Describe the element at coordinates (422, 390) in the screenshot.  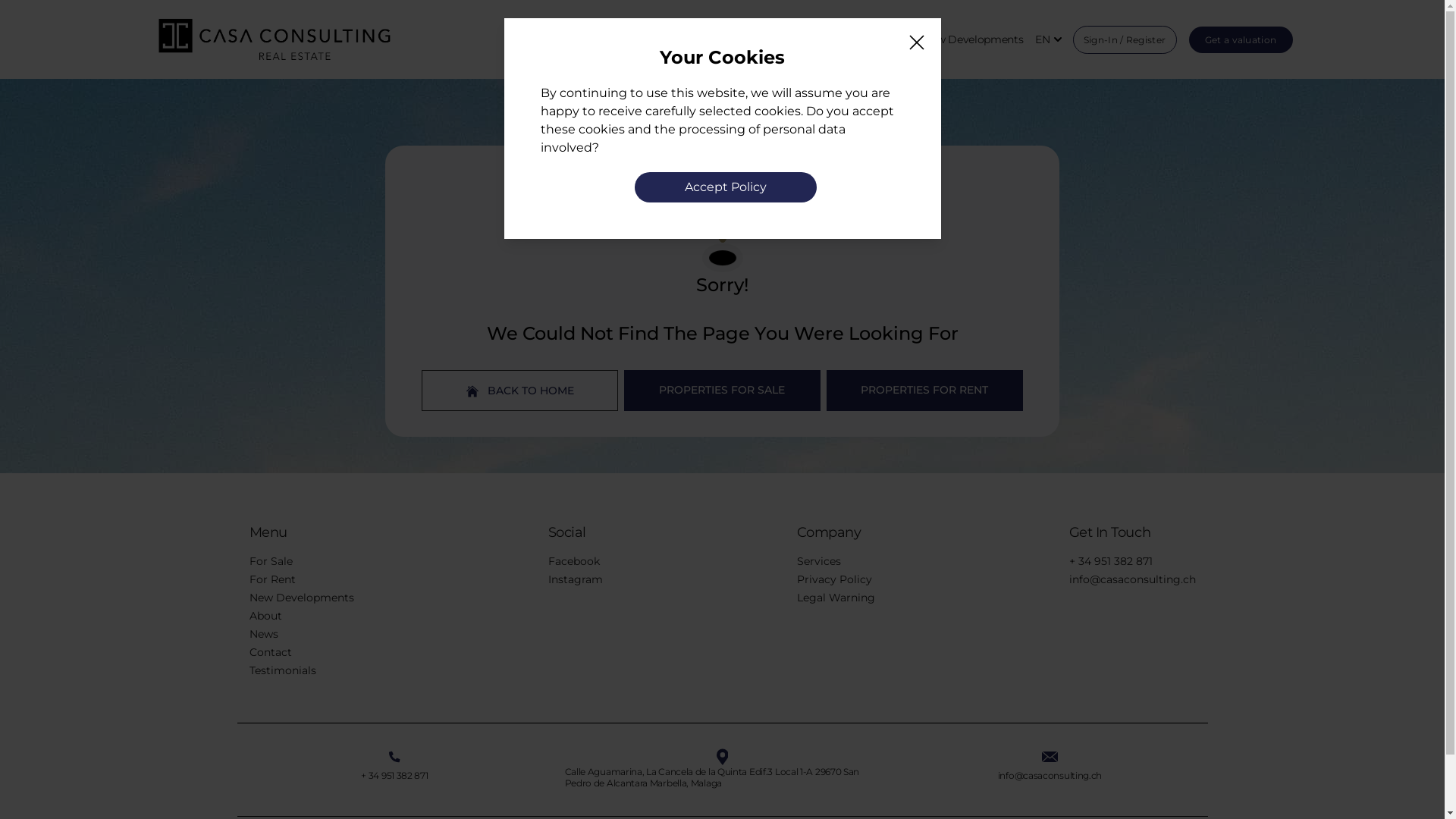
I see `'BACK TO HOME'` at that location.